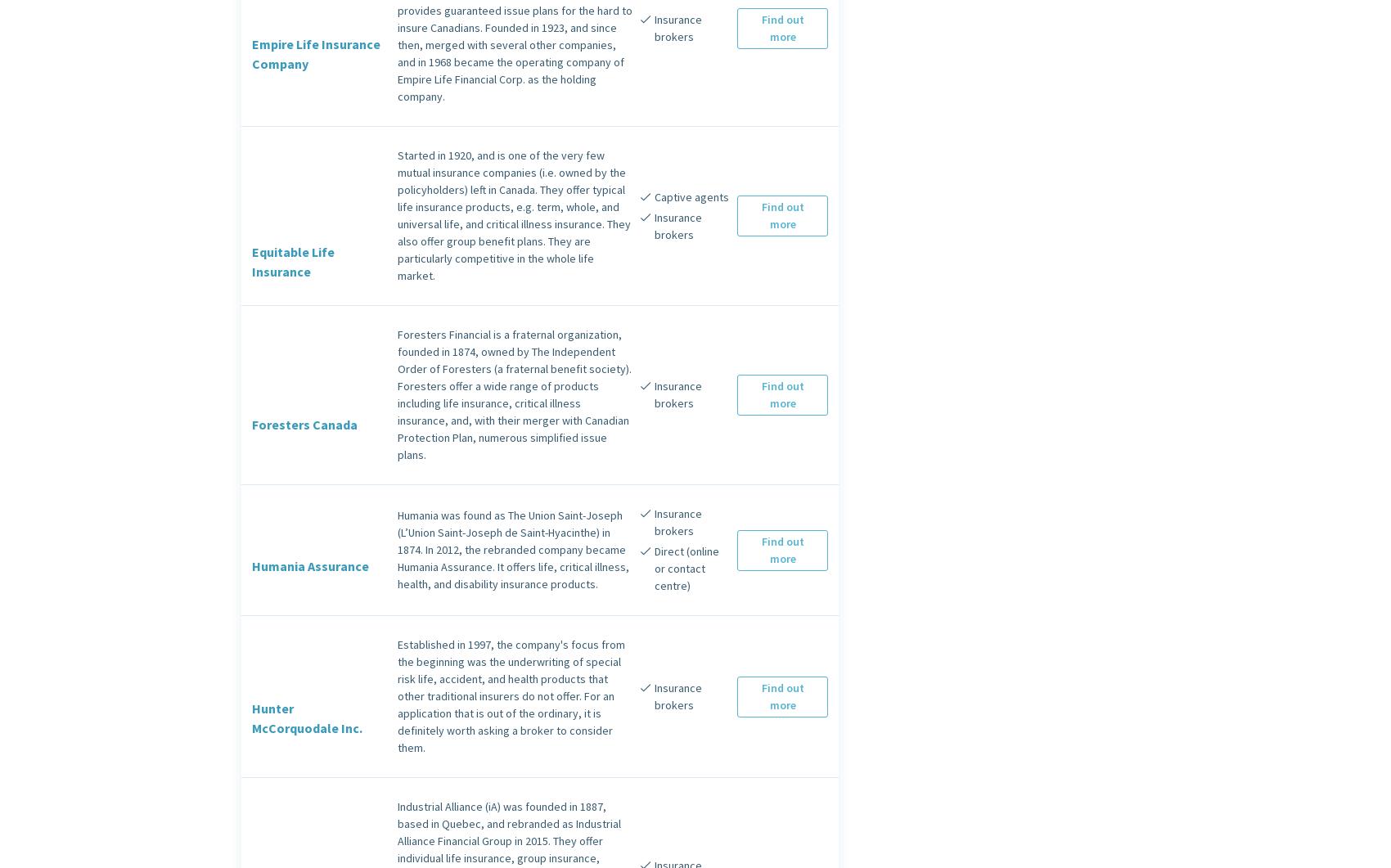  Describe the element at coordinates (690, 195) in the screenshot. I see `'Captive agents'` at that location.